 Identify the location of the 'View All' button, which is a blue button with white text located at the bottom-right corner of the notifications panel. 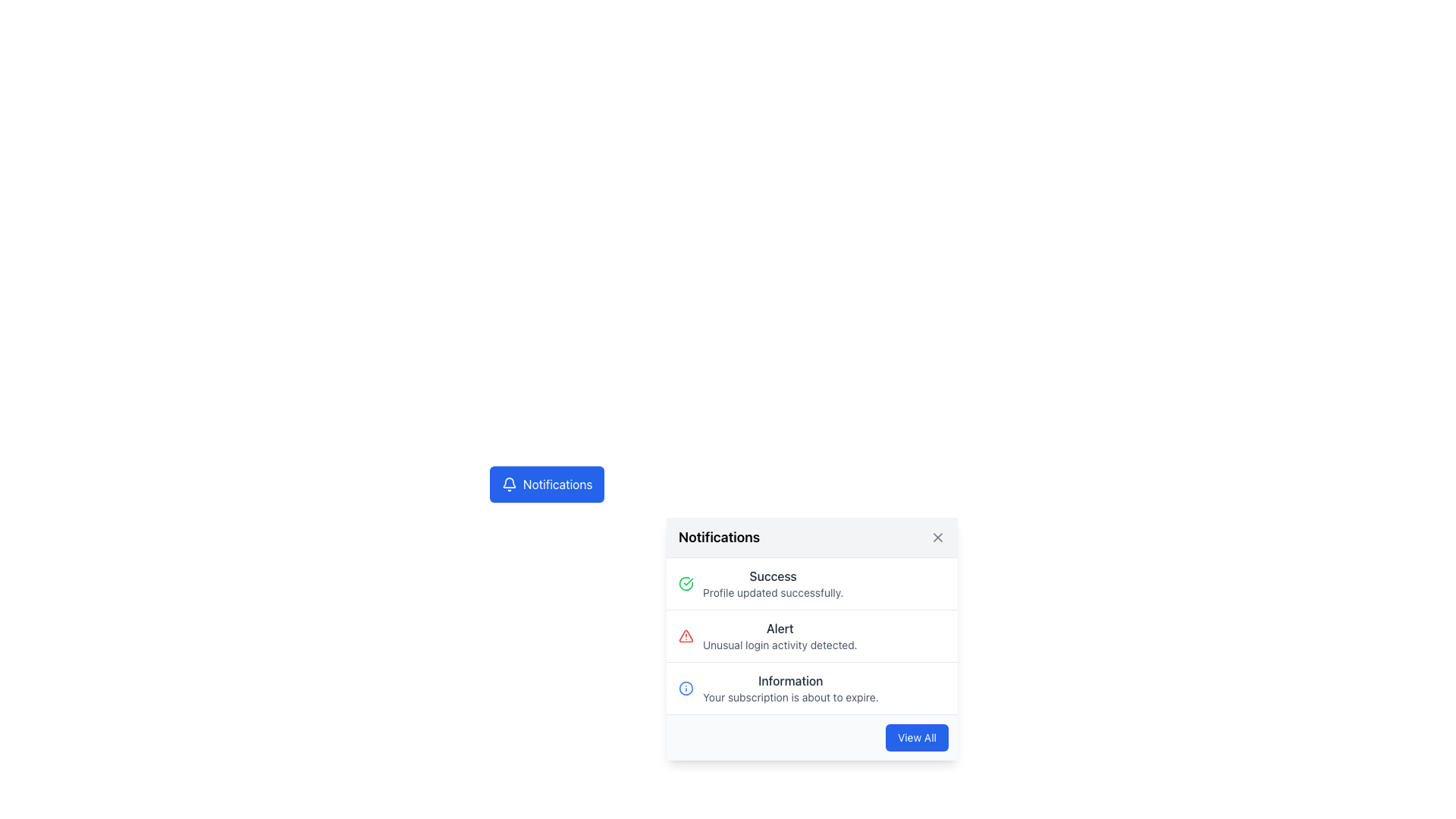
(916, 736).